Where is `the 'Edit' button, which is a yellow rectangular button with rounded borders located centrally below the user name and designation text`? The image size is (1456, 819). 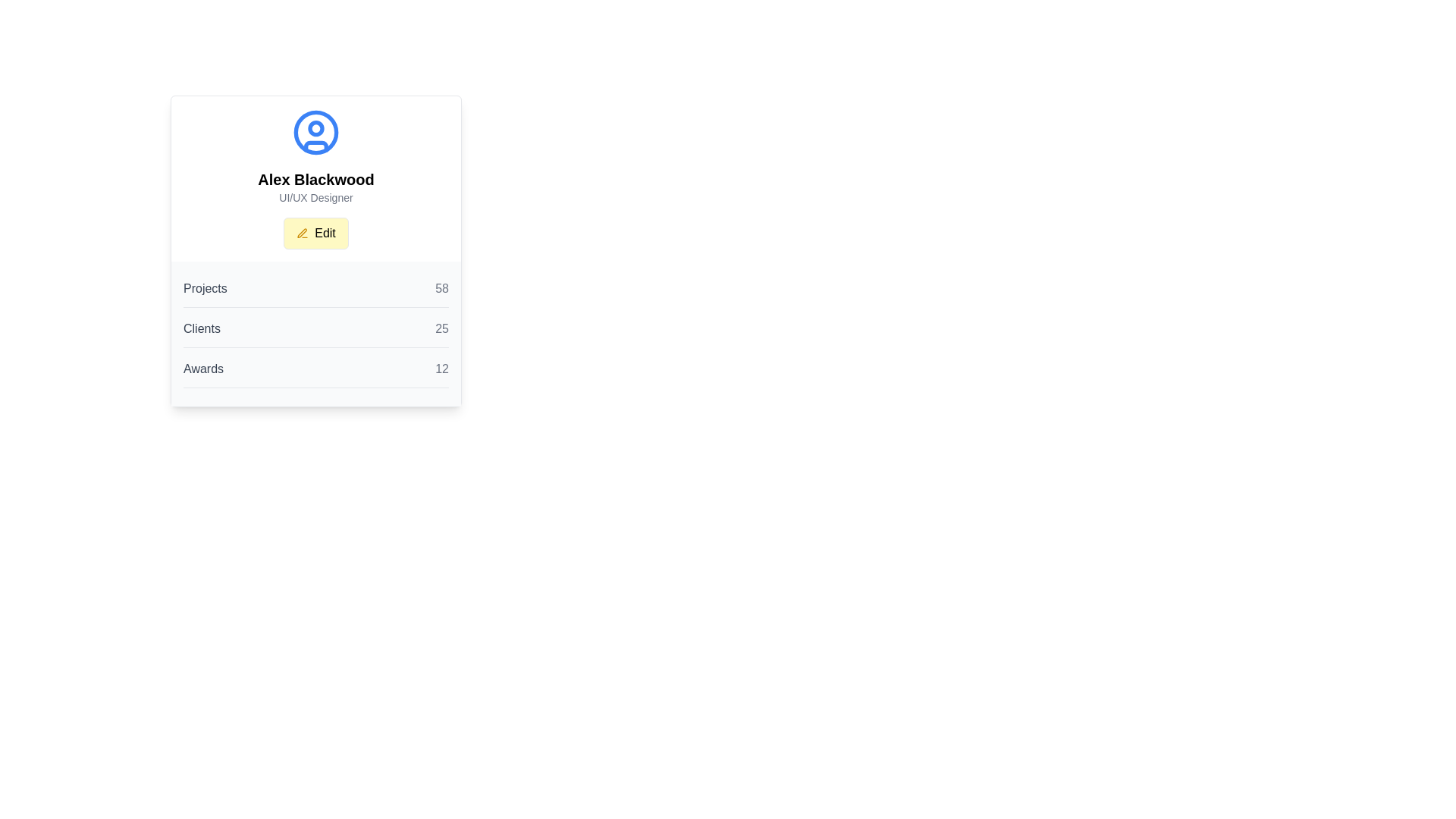 the 'Edit' button, which is a yellow rectangular button with rounded borders located centrally below the user name and designation text is located at coordinates (315, 234).